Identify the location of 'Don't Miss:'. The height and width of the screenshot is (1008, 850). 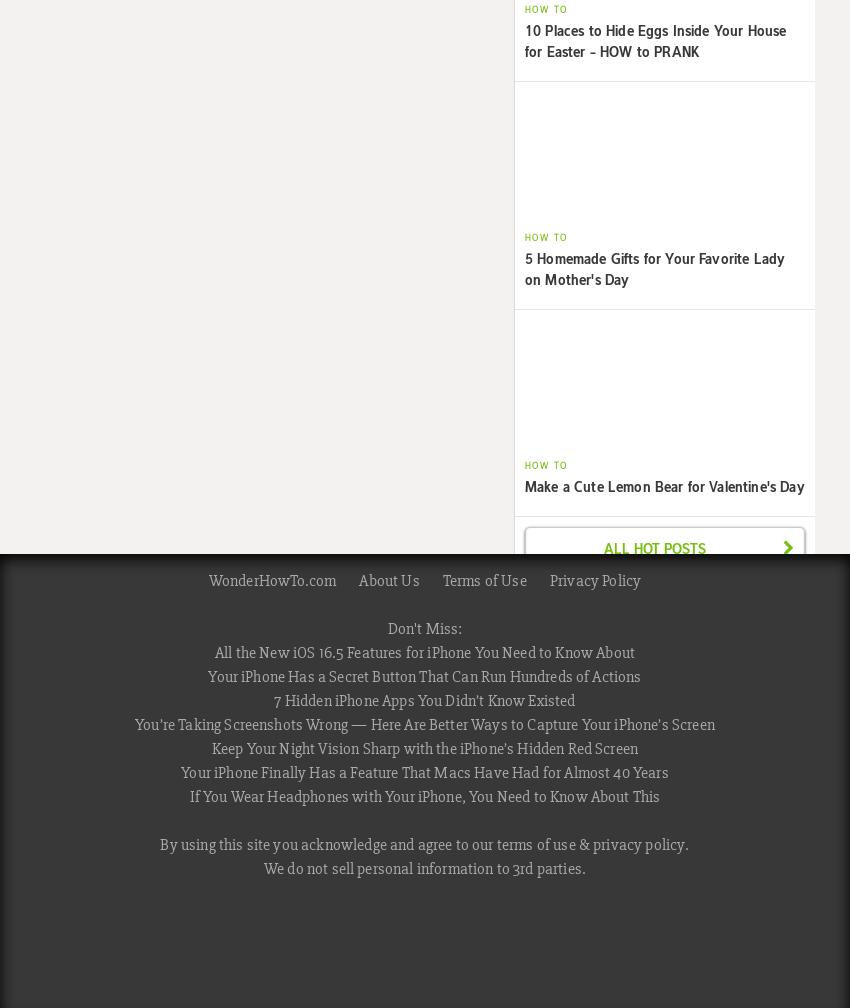
(424, 627).